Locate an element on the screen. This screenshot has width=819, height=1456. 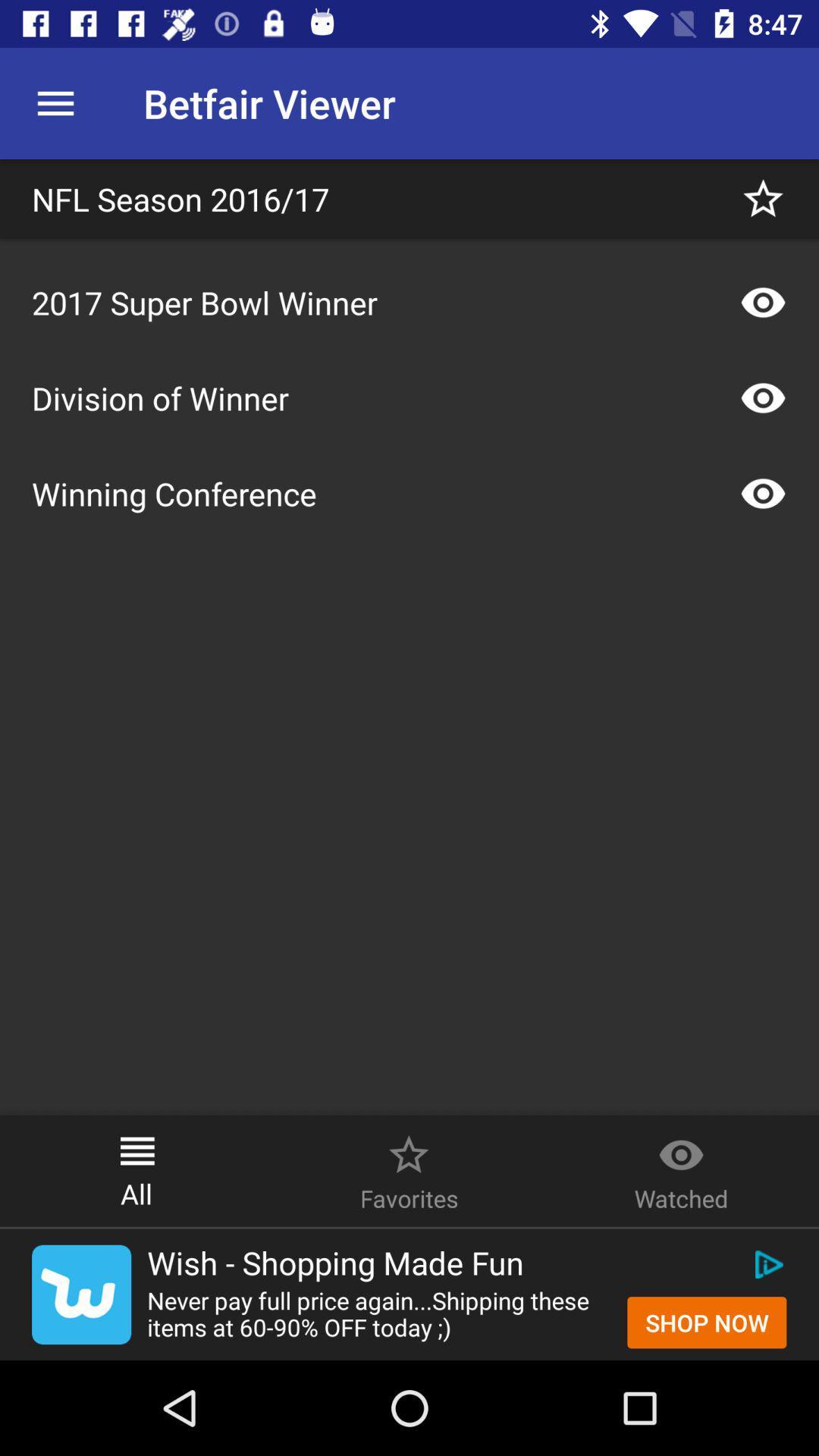
the twitter icon is located at coordinates (81, 1294).